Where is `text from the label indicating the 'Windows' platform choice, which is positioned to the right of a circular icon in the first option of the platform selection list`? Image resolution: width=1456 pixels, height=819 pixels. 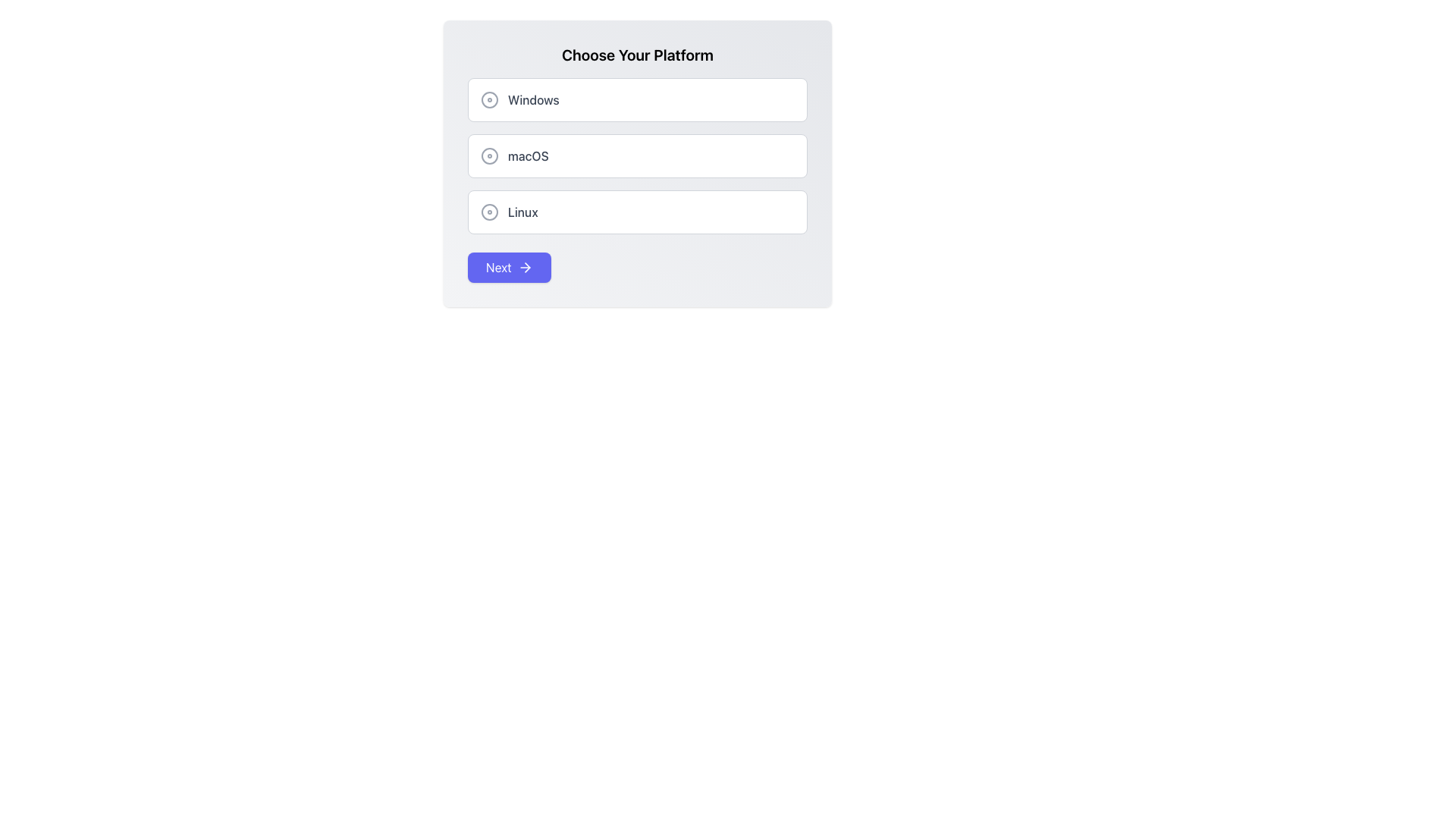 text from the label indicating the 'Windows' platform choice, which is positioned to the right of a circular icon in the first option of the platform selection list is located at coordinates (533, 99).